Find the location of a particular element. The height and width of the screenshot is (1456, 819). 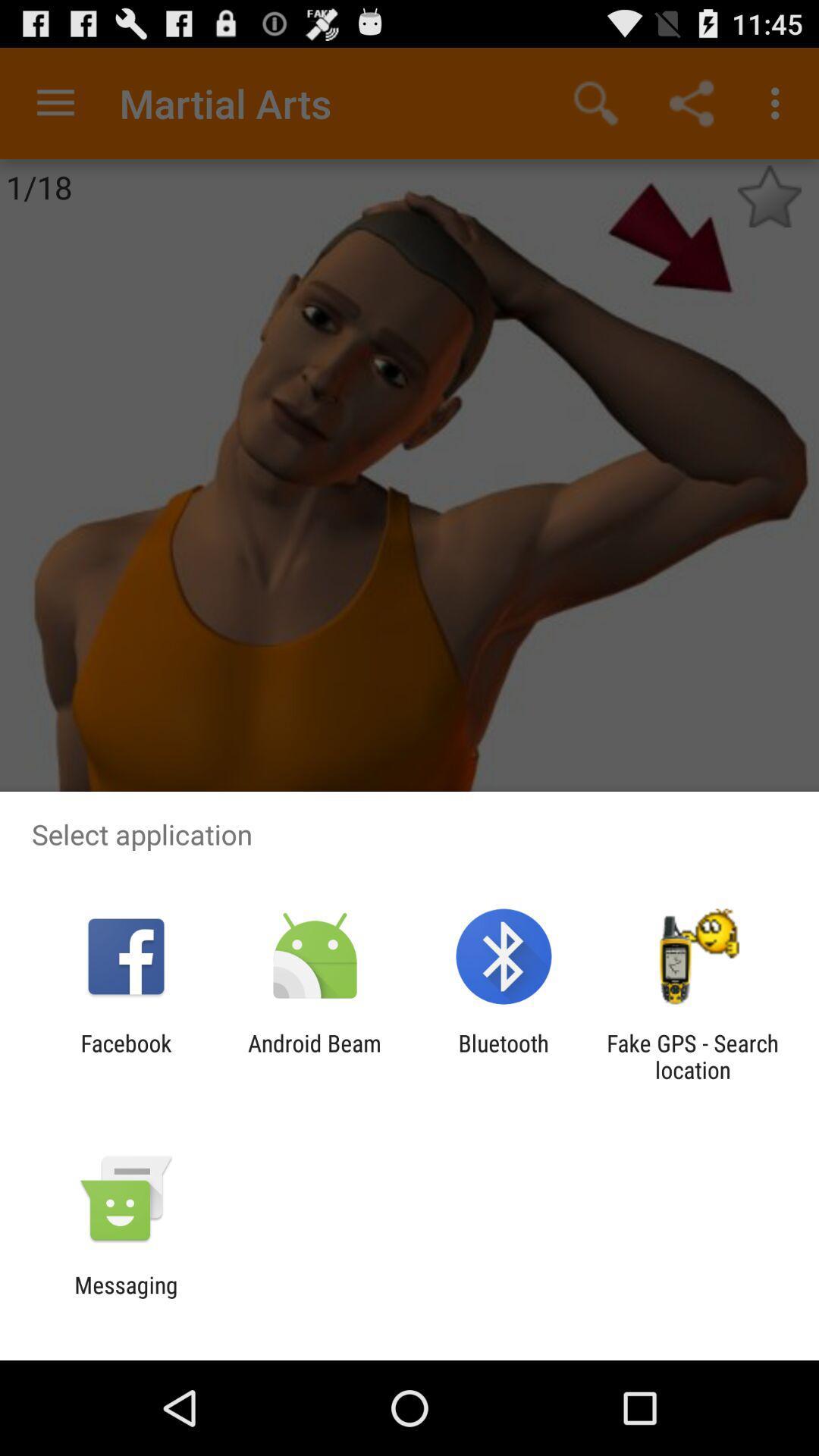

the item to the right of the facebook app is located at coordinates (314, 1056).